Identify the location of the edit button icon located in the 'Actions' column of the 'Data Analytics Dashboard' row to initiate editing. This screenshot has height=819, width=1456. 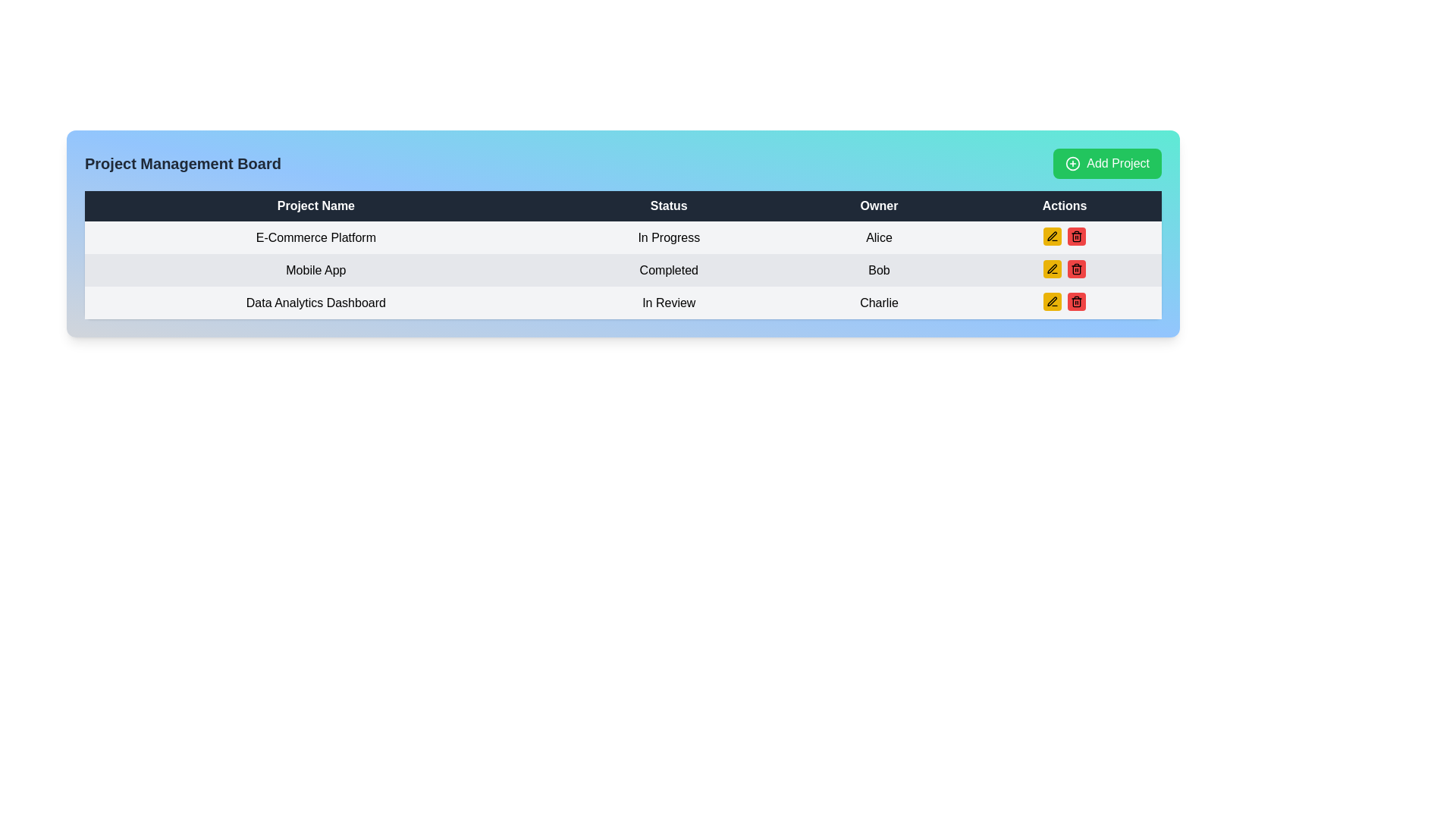
(1051, 301).